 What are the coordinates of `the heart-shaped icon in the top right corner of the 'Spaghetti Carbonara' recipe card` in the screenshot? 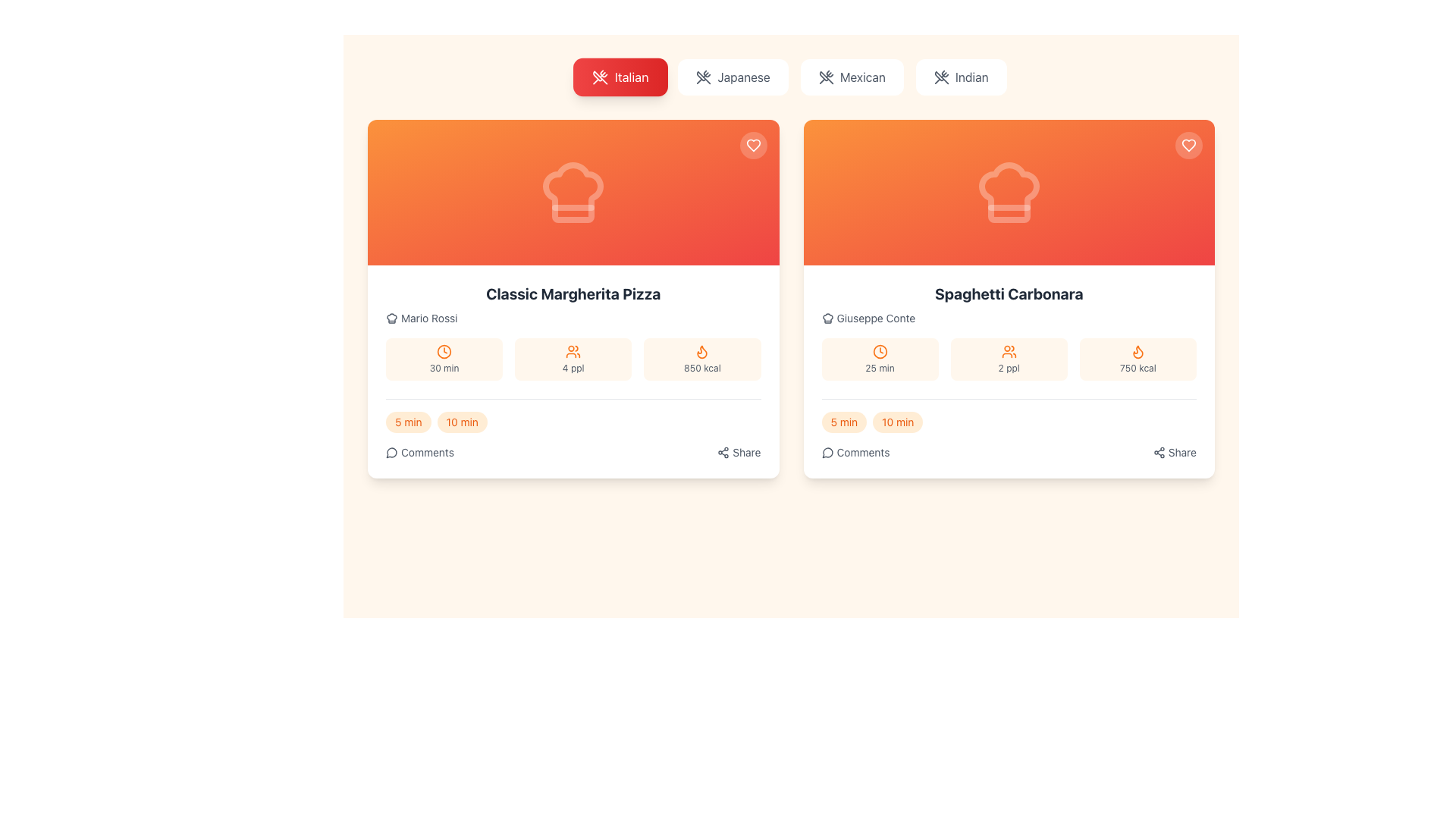 It's located at (1188, 146).